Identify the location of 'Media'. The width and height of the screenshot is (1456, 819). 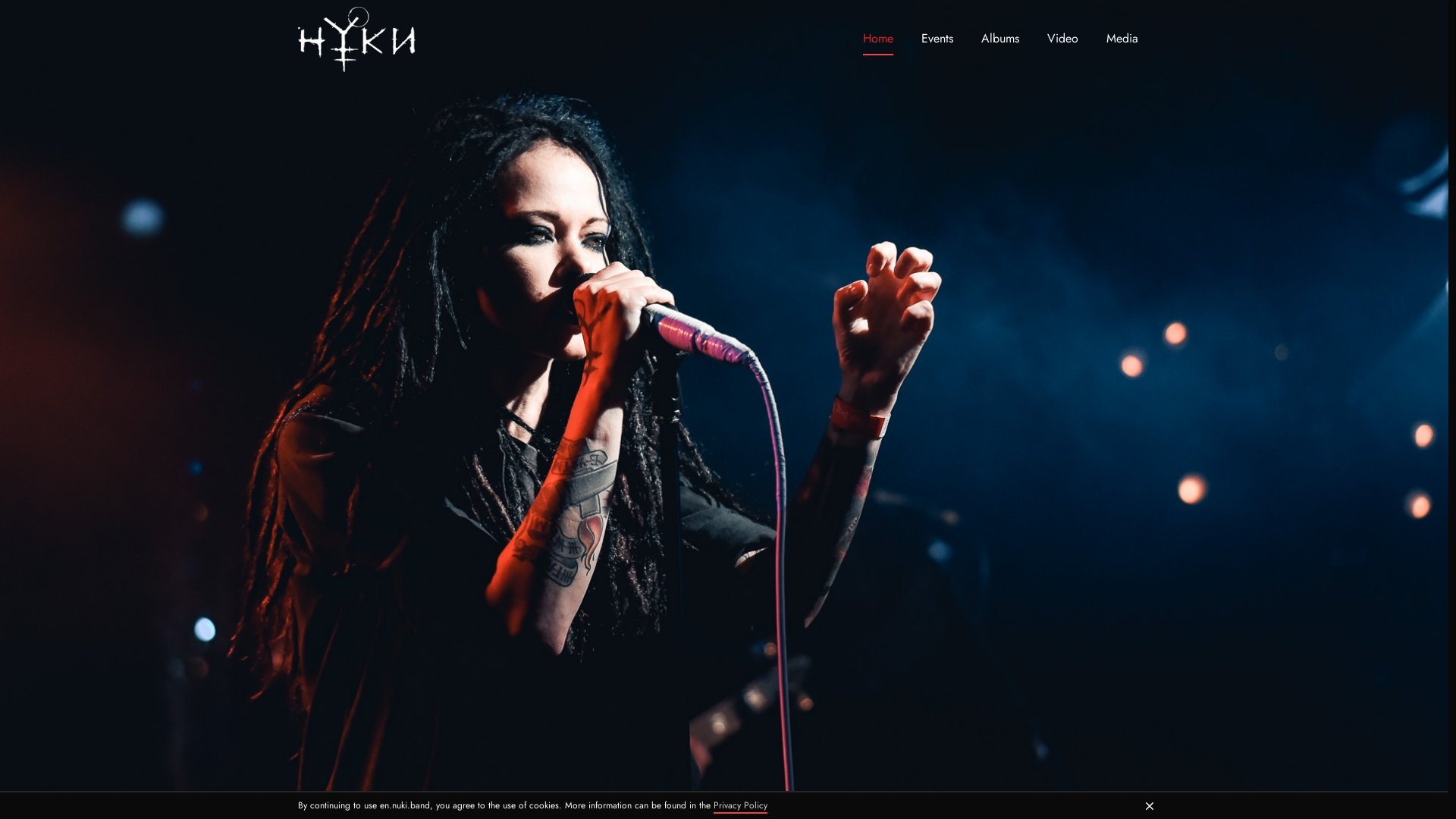
(1122, 38).